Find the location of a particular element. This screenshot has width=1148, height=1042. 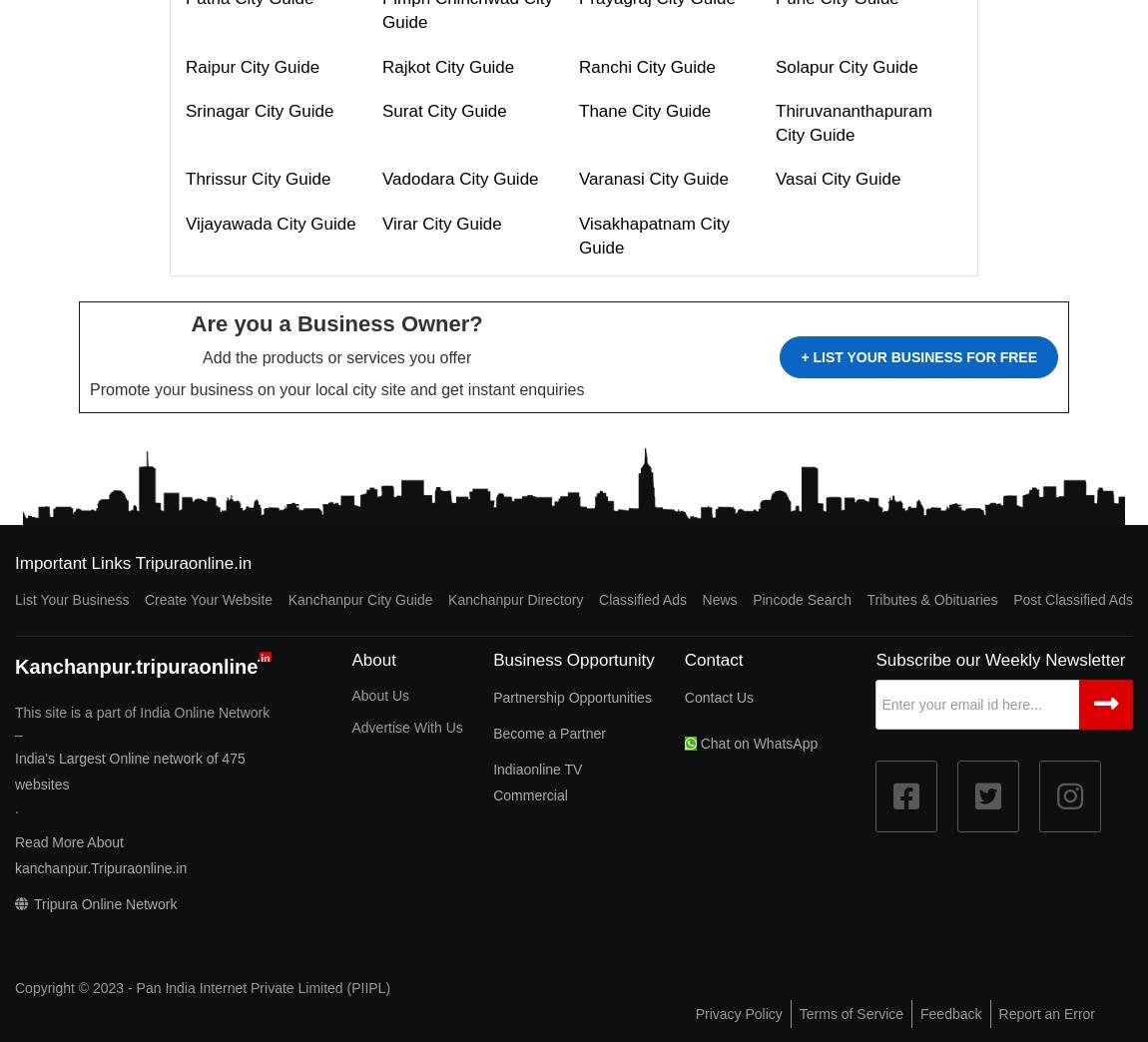

'Partnership Opportunities' is located at coordinates (493, 696).